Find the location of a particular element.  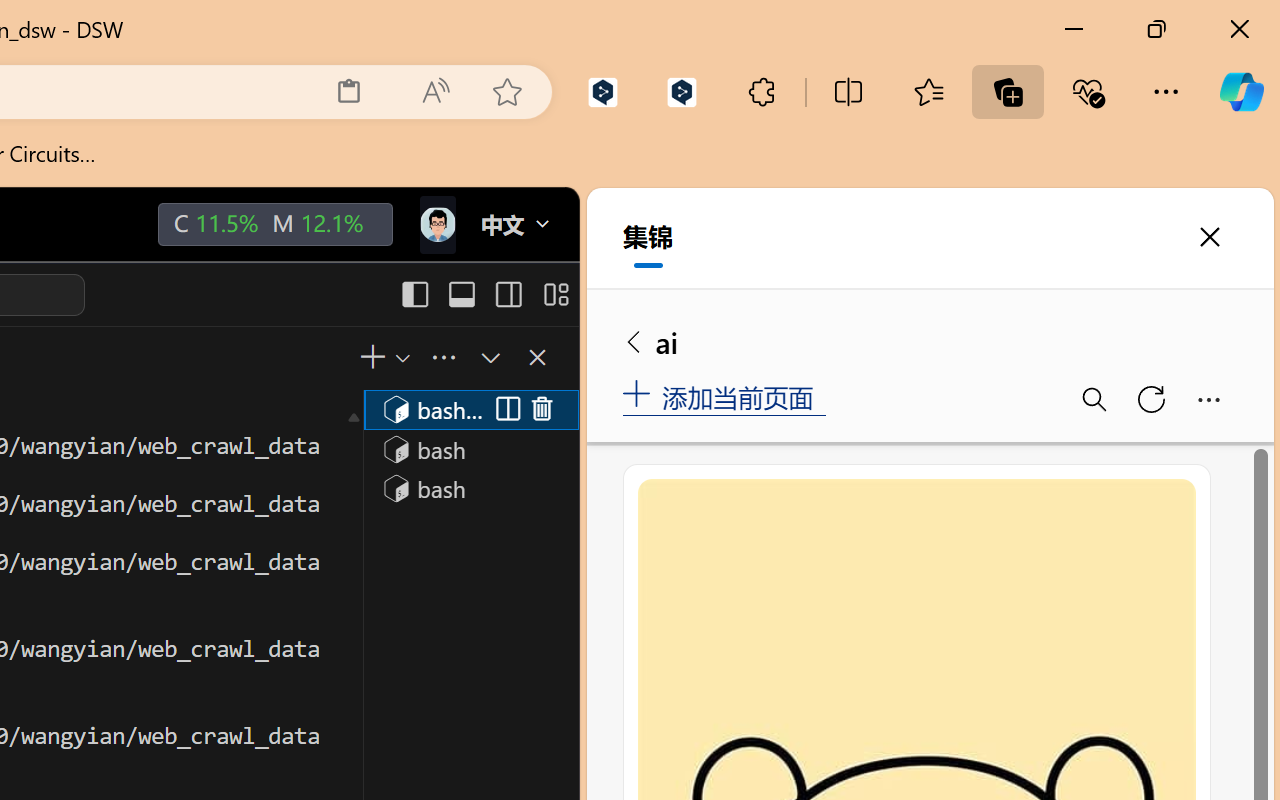

'Class: next-menu next-hoz widgets--iconMenu--BFkiHRM' is located at coordinates (435, 225).